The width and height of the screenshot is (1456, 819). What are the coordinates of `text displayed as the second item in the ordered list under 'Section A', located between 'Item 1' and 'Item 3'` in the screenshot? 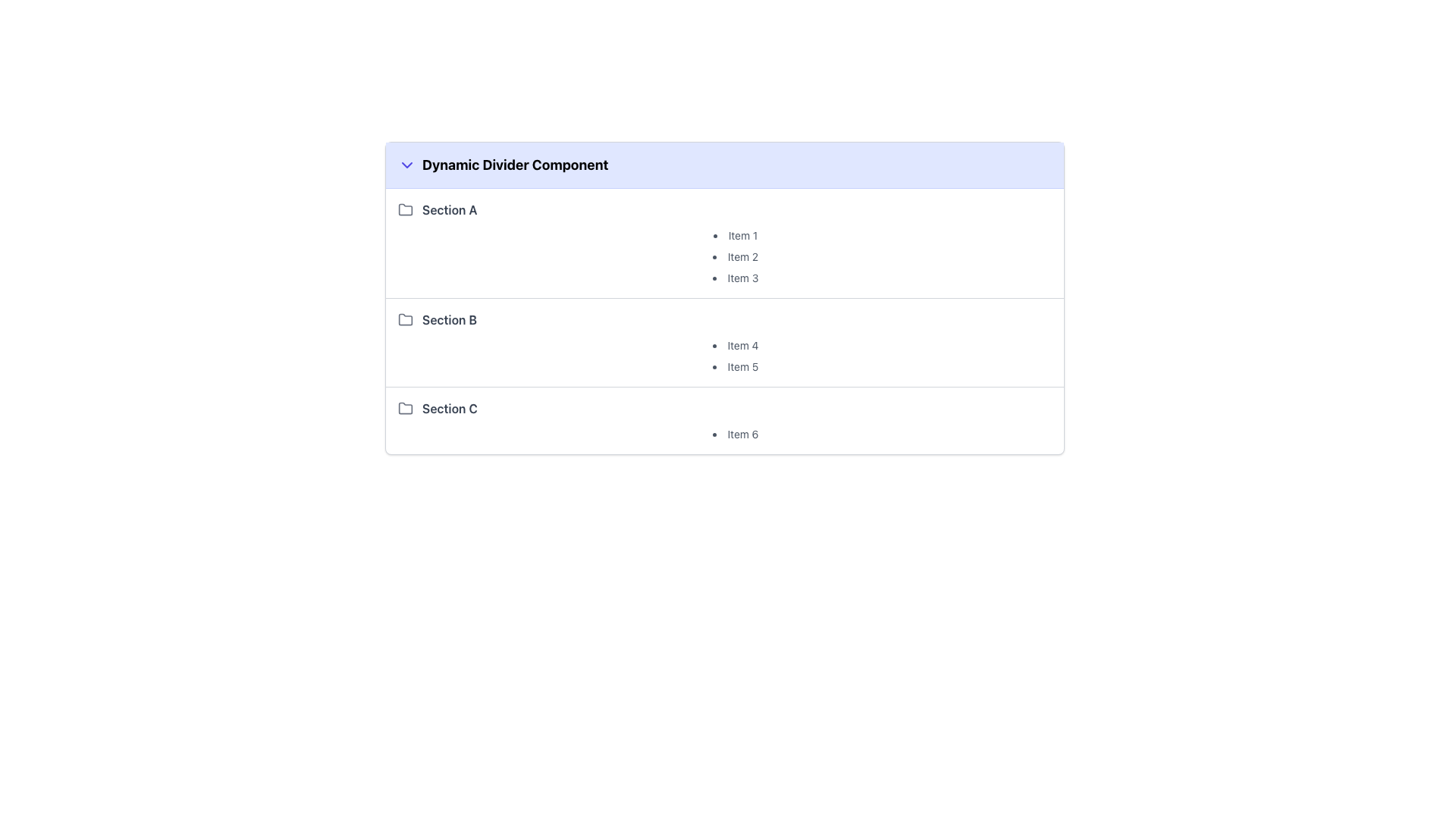 It's located at (735, 256).